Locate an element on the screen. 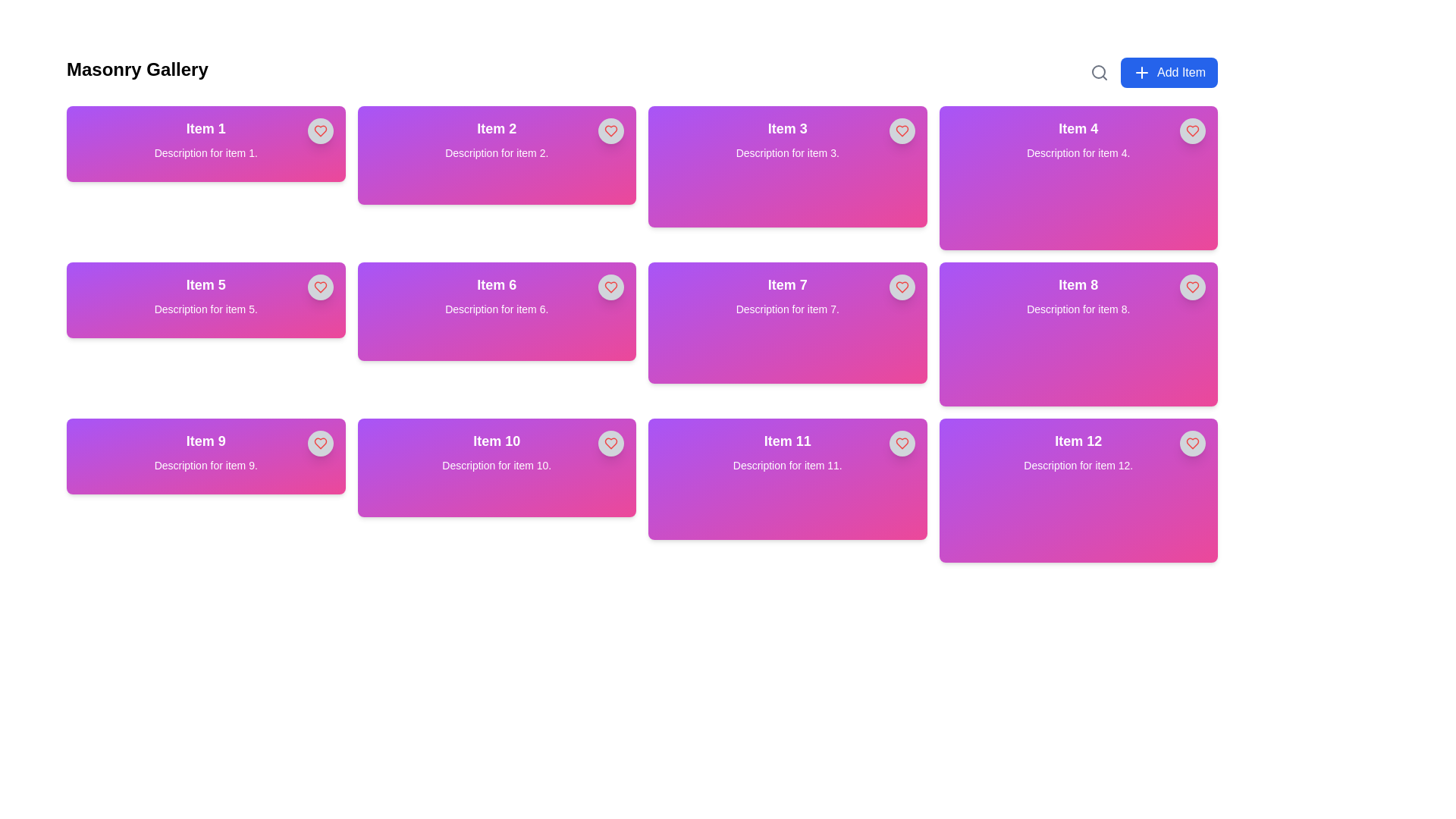 The image size is (1456, 819). the 'Add Item' button icon, which indicates an 'Add' action and is located towards the left side of the button text, centered vertically is located at coordinates (1142, 73).